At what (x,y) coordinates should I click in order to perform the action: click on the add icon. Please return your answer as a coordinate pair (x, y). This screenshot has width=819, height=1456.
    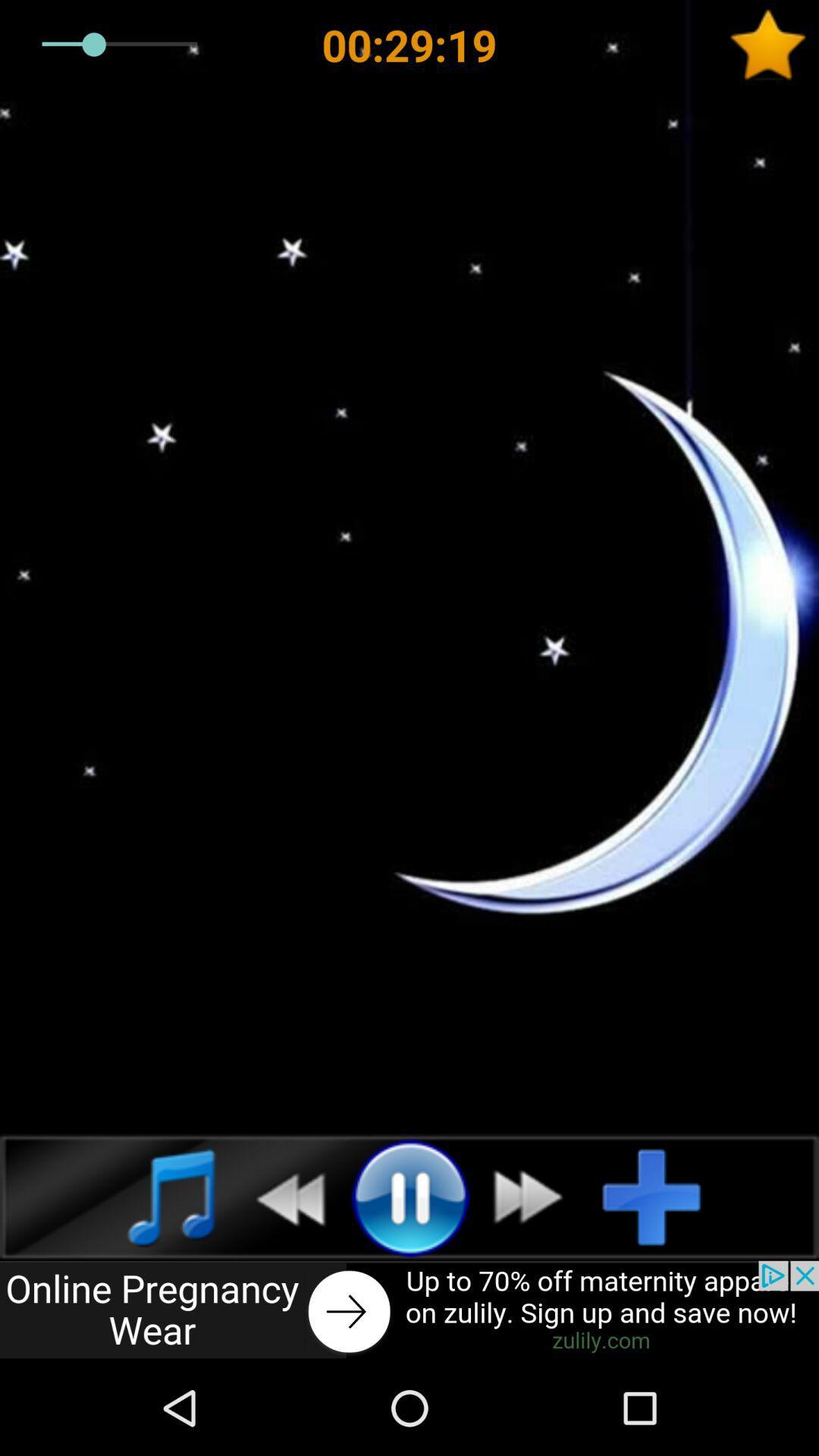
    Looking at the image, I should click on (663, 1196).